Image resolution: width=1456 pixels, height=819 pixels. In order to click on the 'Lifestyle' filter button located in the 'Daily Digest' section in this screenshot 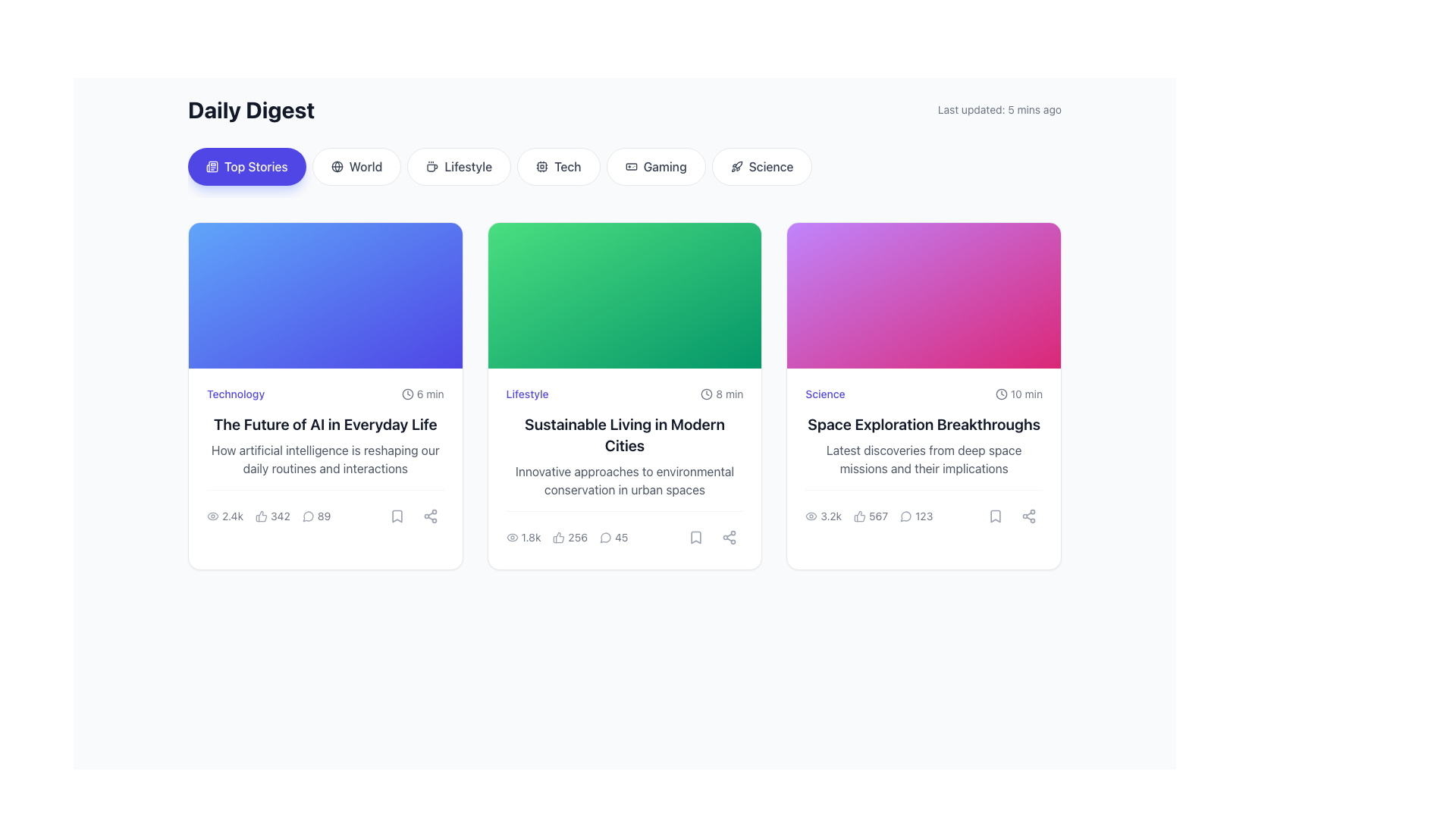, I will do `click(458, 166)`.